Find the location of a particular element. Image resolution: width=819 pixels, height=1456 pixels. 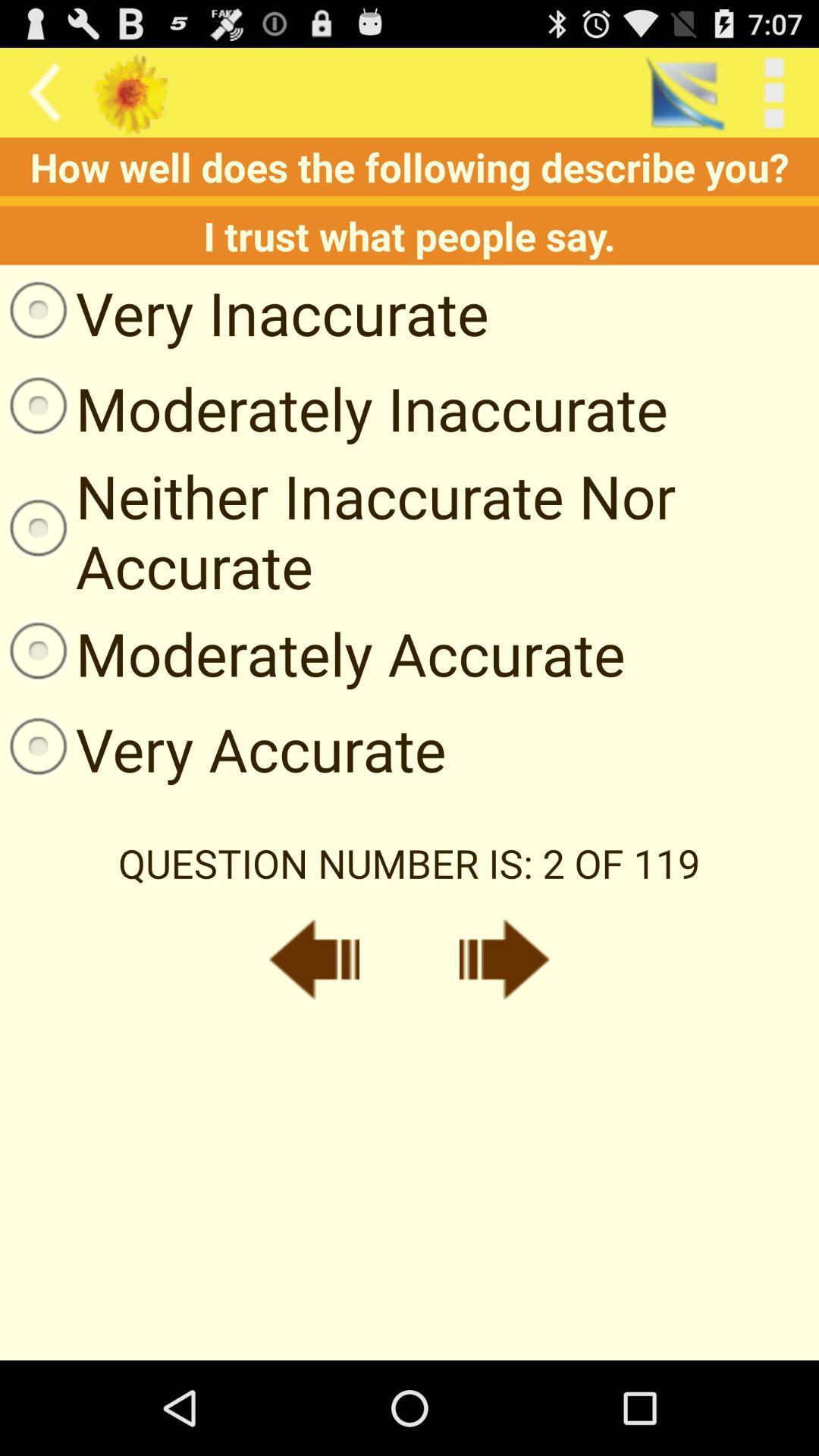

app to the left of < back icon is located at coordinates (684, 92).